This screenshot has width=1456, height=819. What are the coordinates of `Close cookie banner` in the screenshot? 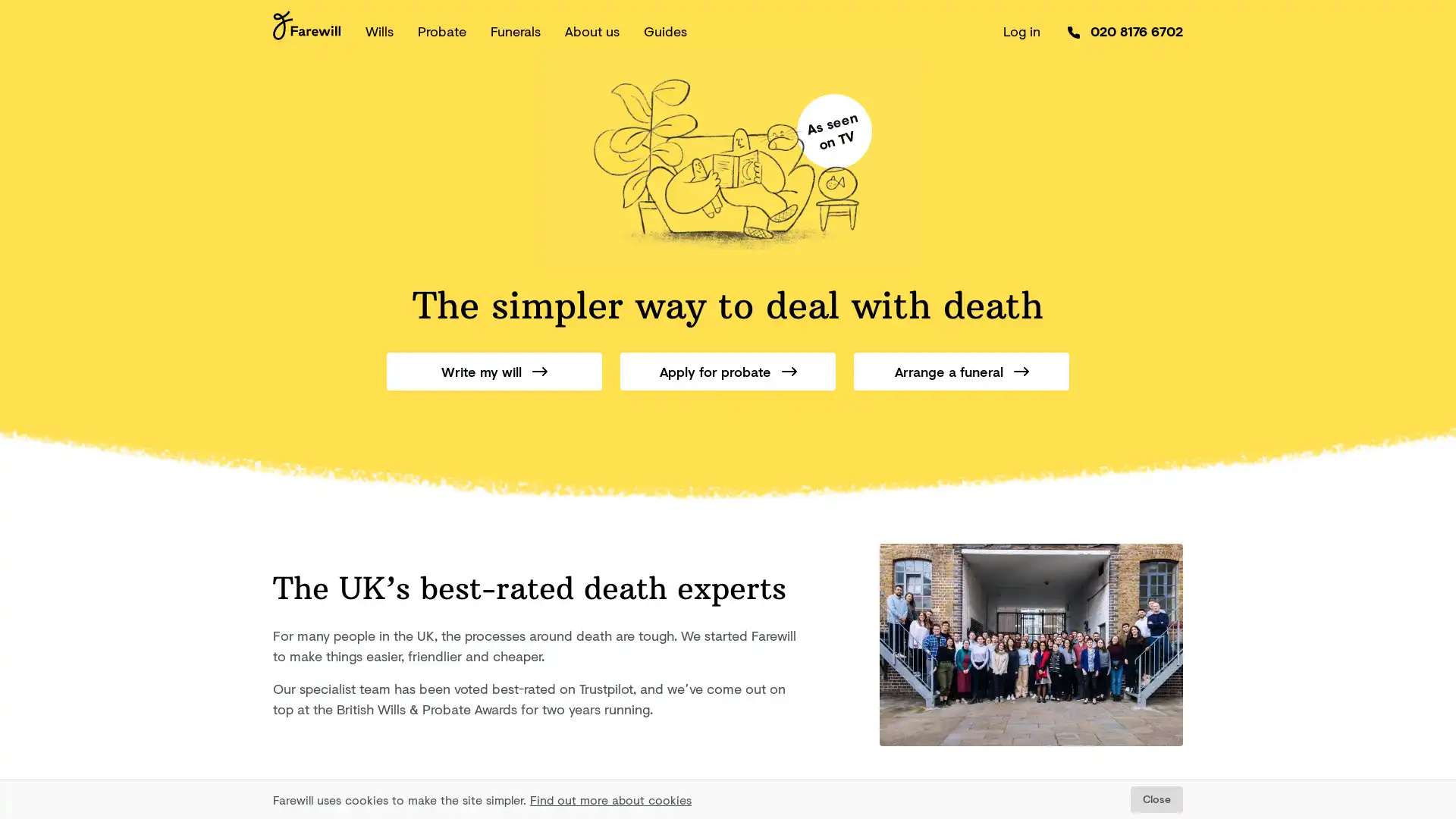 It's located at (1156, 799).